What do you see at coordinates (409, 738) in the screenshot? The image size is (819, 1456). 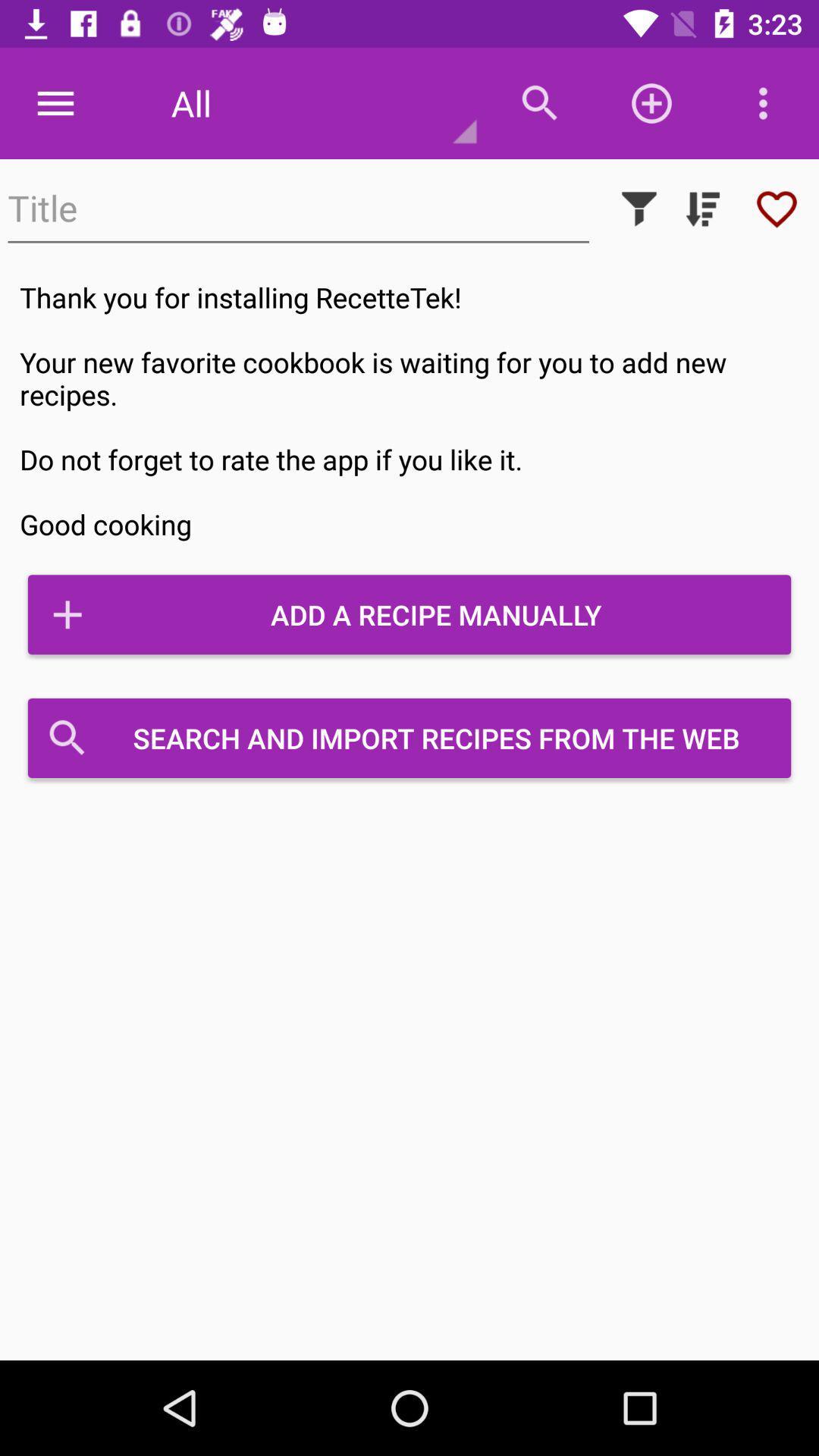 I see `the search and import icon` at bounding box center [409, 738].